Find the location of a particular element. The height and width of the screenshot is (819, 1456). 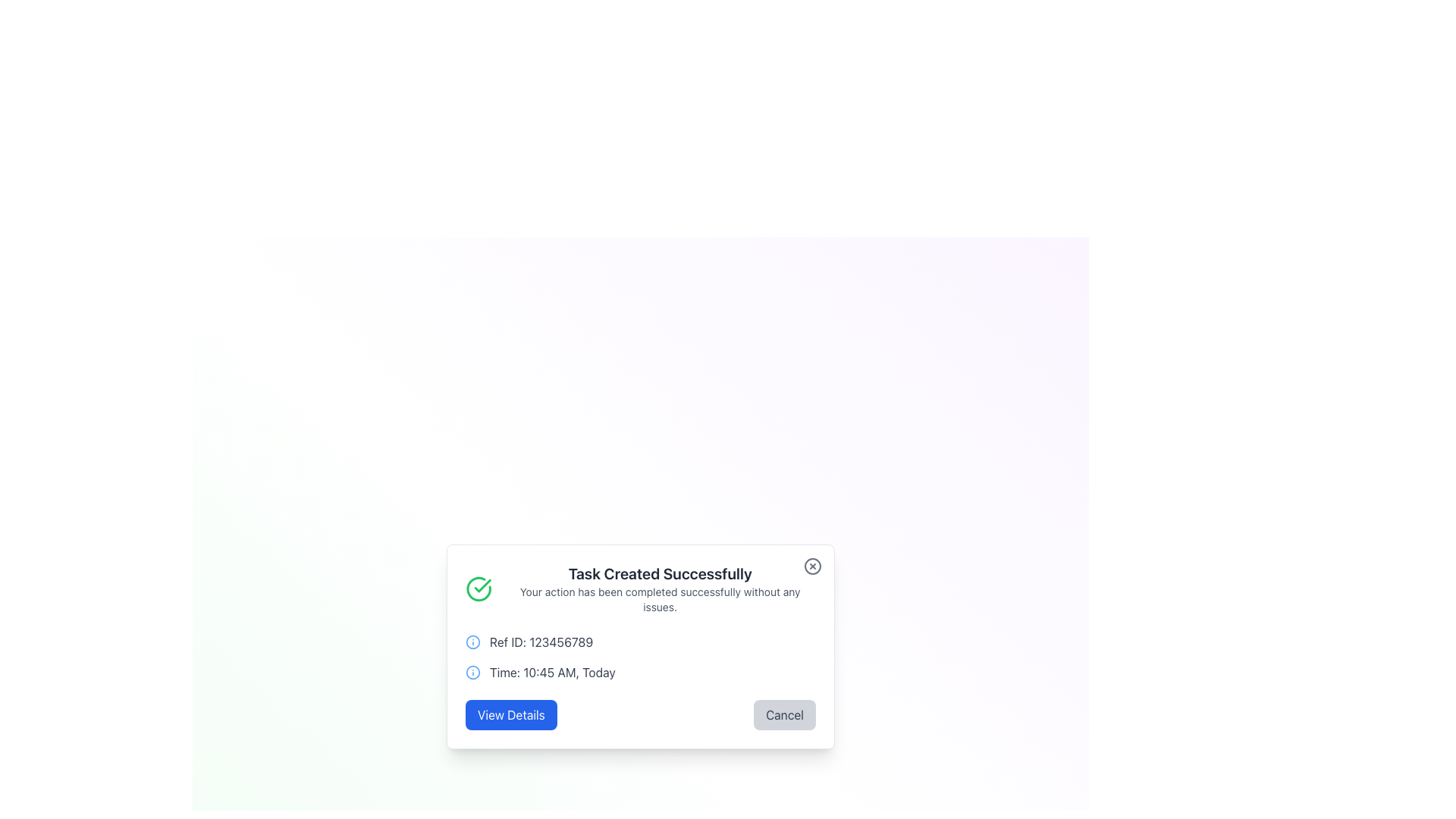

the blue circular component of the SVG information icon located in the modal box displaying a success message is located at coordinates (472, 642).